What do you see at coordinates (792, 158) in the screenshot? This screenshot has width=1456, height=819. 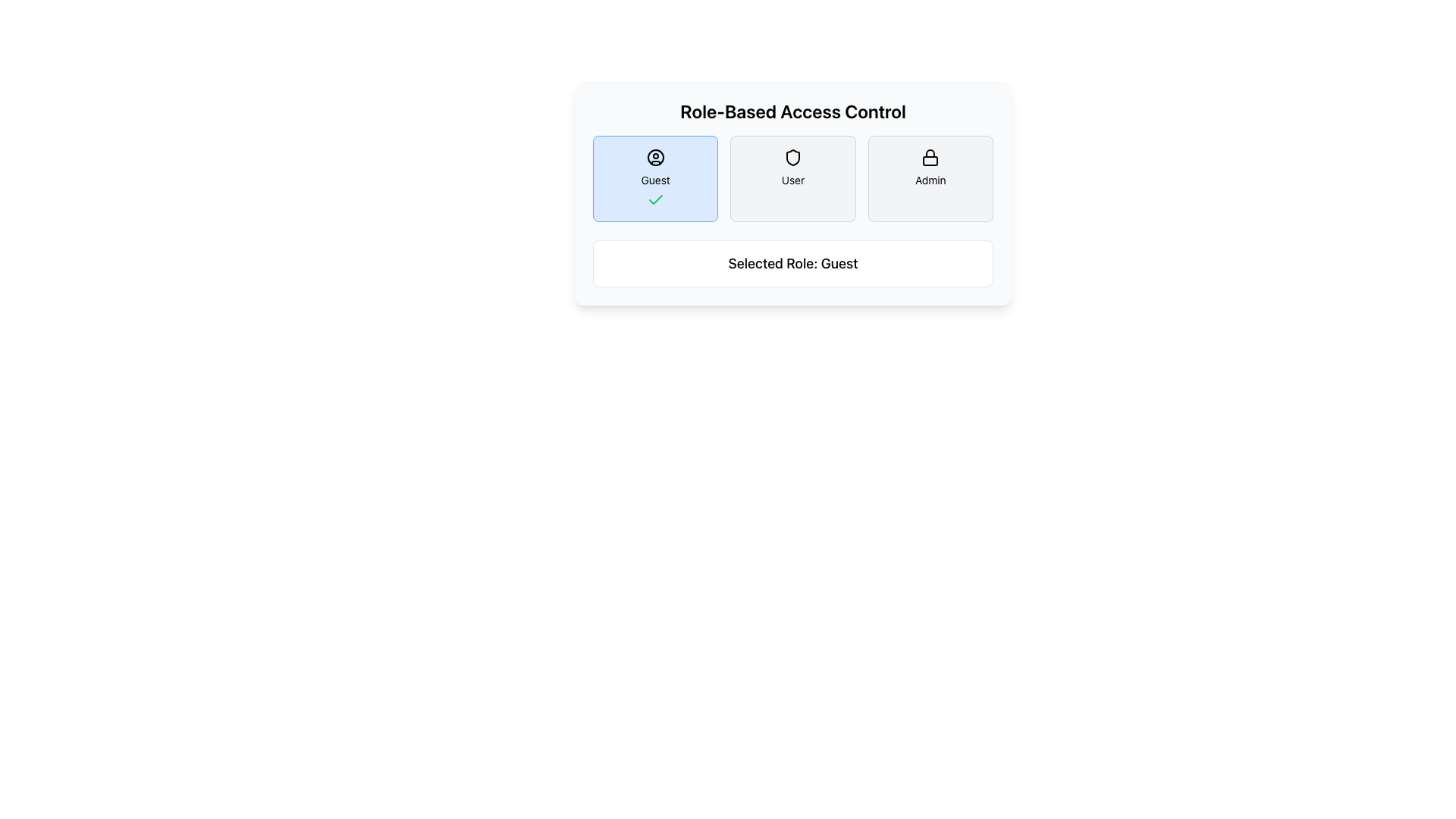 I see `the shield icon representing user protection in the 'User' selection section of the role menu` at bounding box center [792, 158].